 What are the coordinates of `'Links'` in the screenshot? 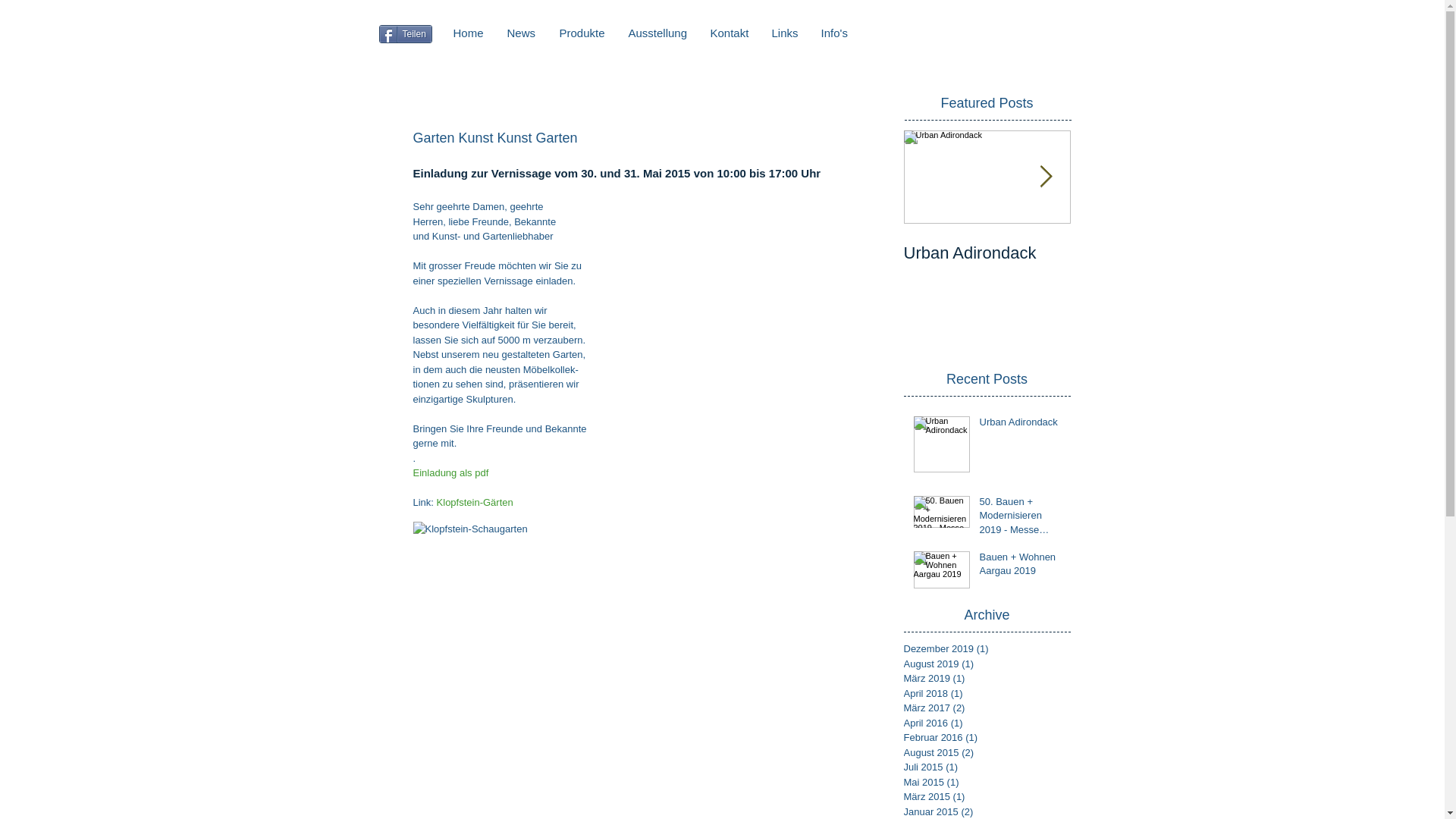 It's located at (784, 32).